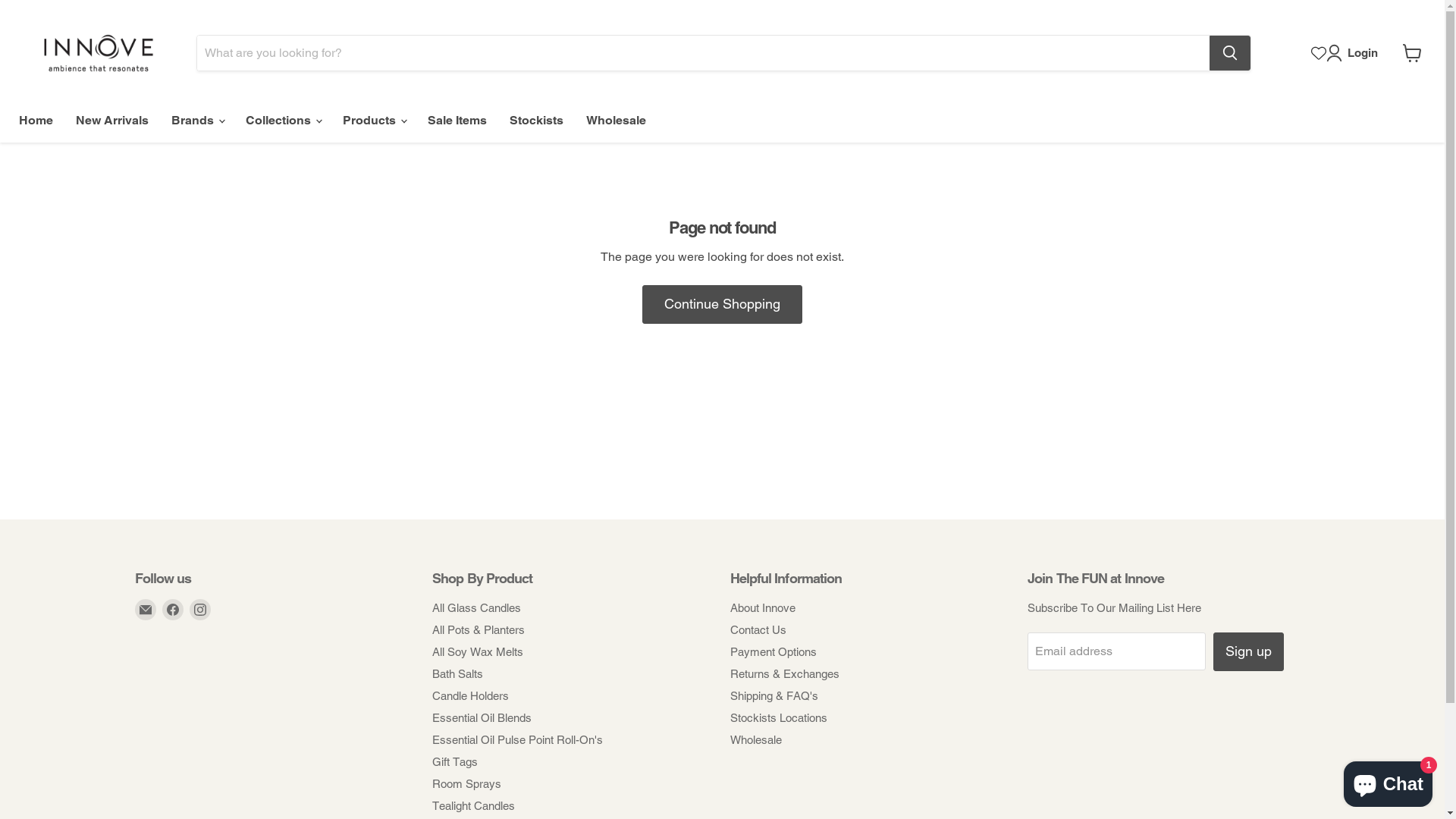 Image resolution: width=1456 pixels, height=819 pixels. Describe the element at coordinates (757, 629) in the screenshot. I see `'Contact Us'` at that location.